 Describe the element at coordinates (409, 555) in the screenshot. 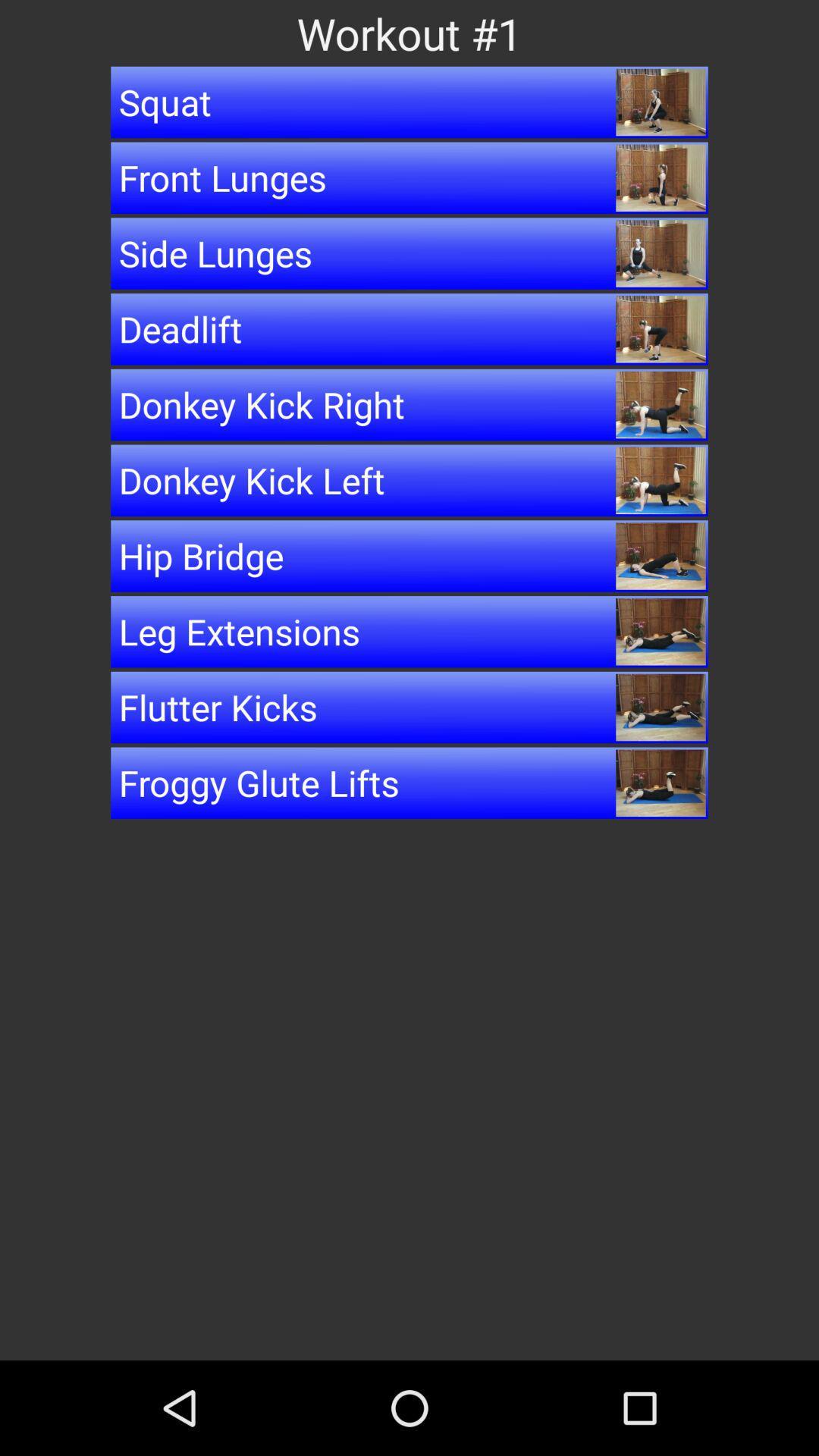

I see `the icon above the leg extensions item` at that location.